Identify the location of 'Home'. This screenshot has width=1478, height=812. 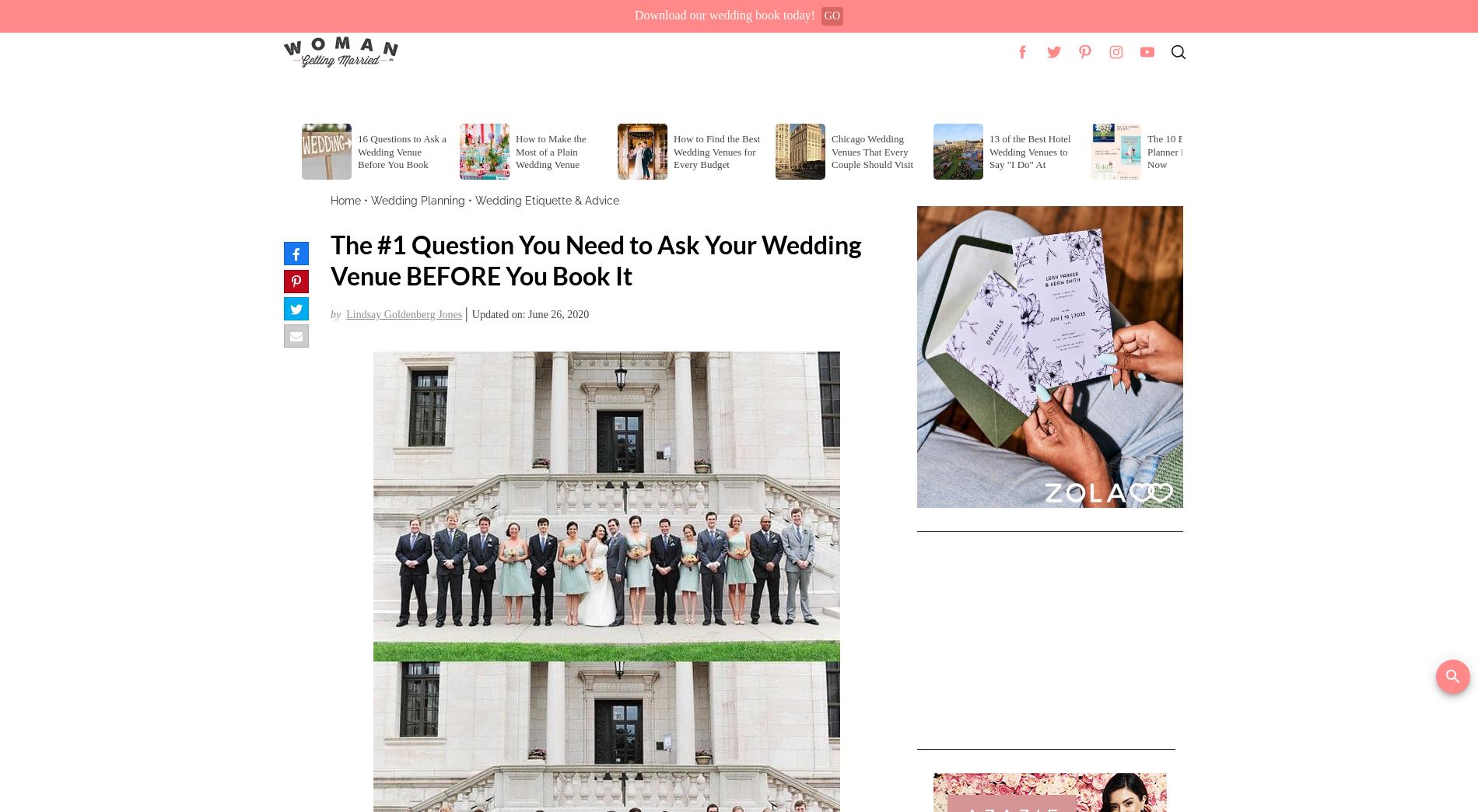
(345, 200).